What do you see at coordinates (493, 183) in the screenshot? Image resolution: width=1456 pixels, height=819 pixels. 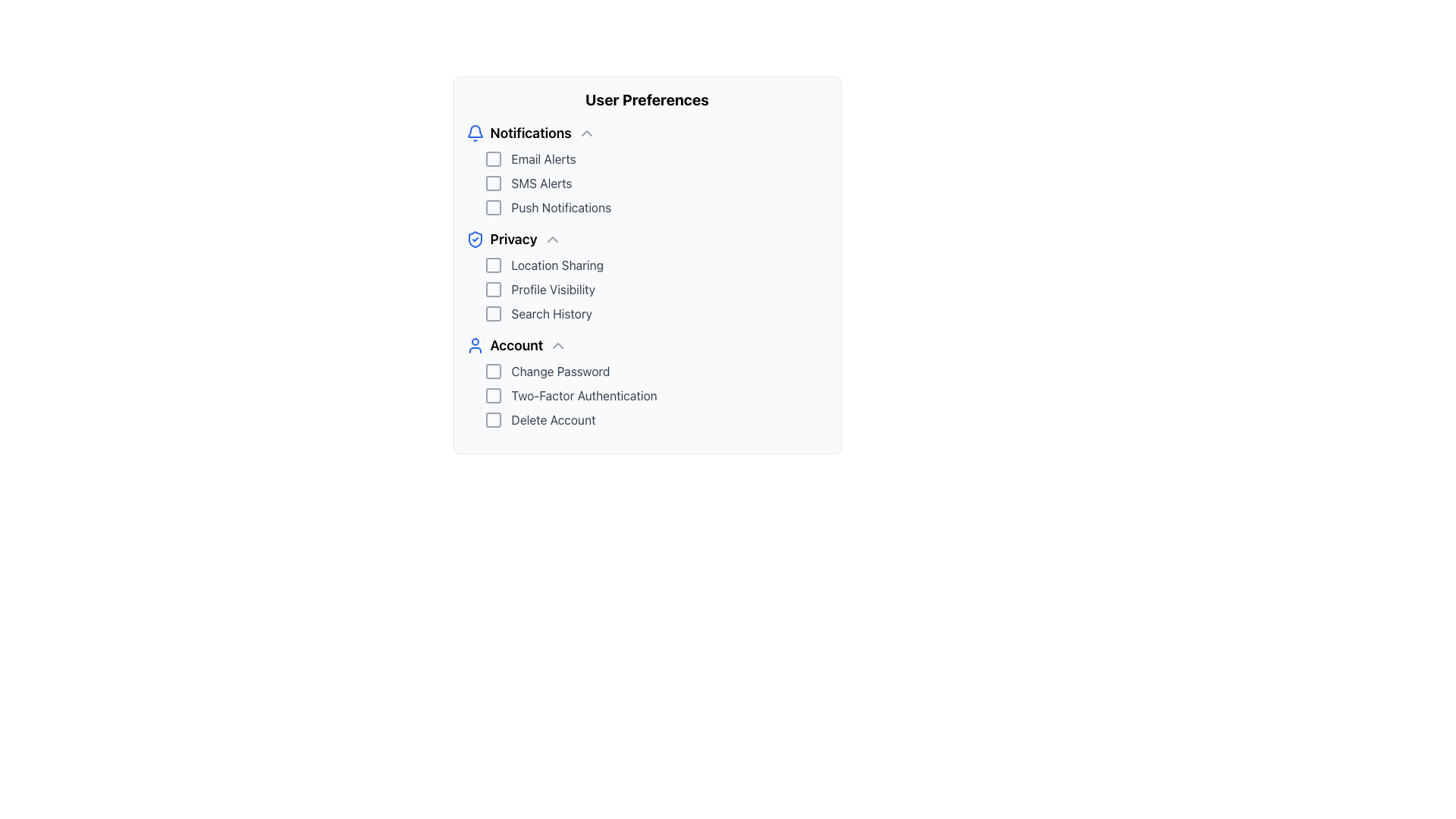 I see `the checkbox` at bounding box center [493, 183].